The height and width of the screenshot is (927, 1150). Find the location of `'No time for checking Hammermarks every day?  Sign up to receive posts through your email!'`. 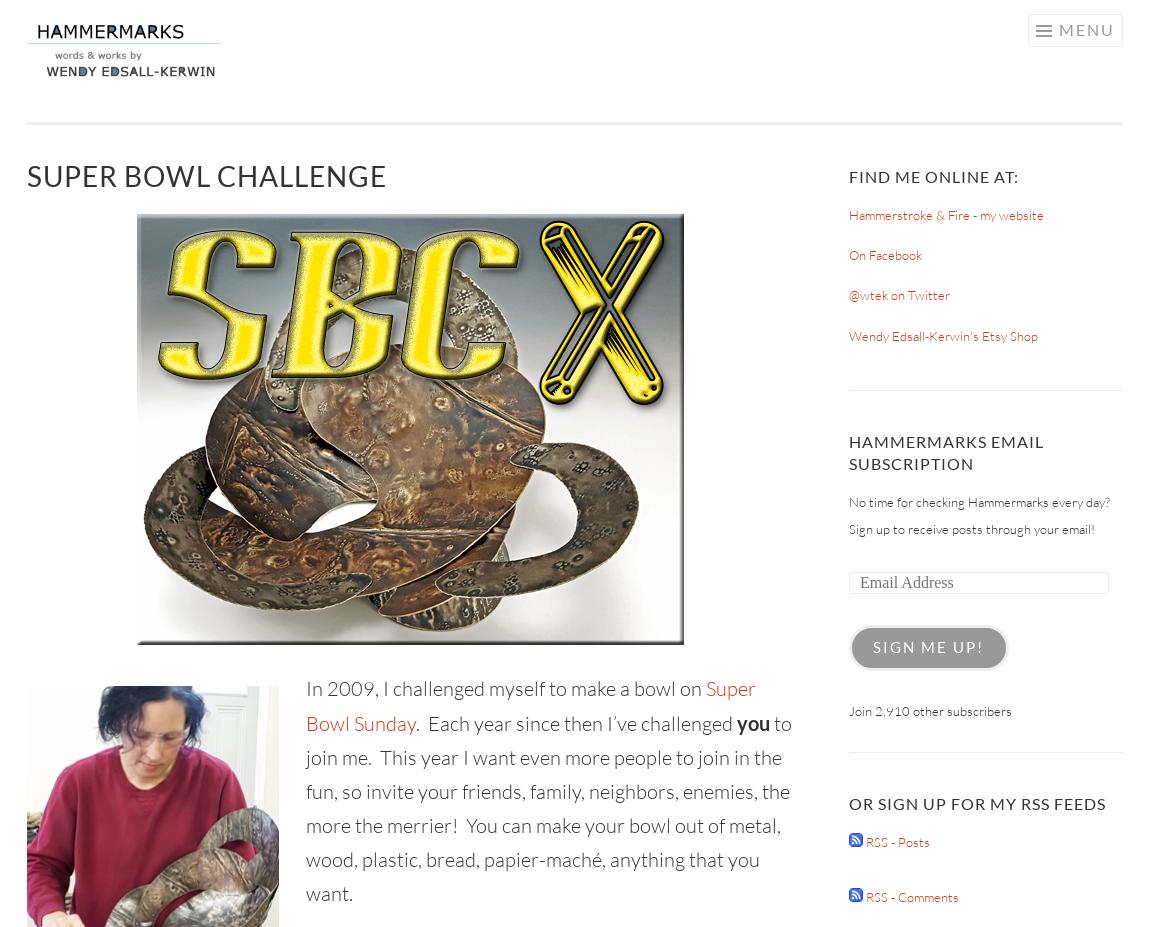

'No time for checking Hammermarks every day?  Sign up to receive posts through your email!' is located at coordinates (979, 515).